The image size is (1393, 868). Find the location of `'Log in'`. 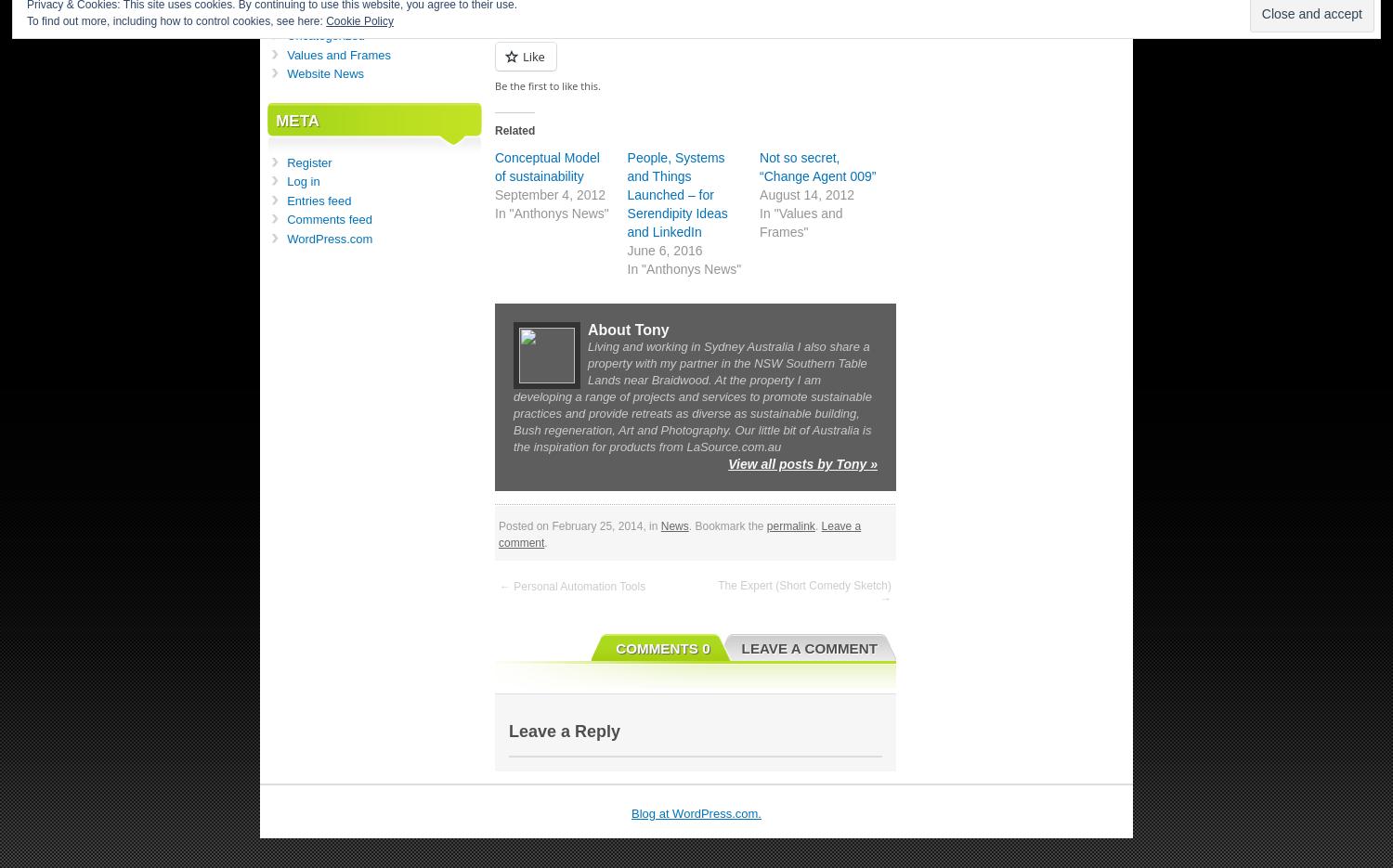

'Log in' is located at coordinates (302, 180).